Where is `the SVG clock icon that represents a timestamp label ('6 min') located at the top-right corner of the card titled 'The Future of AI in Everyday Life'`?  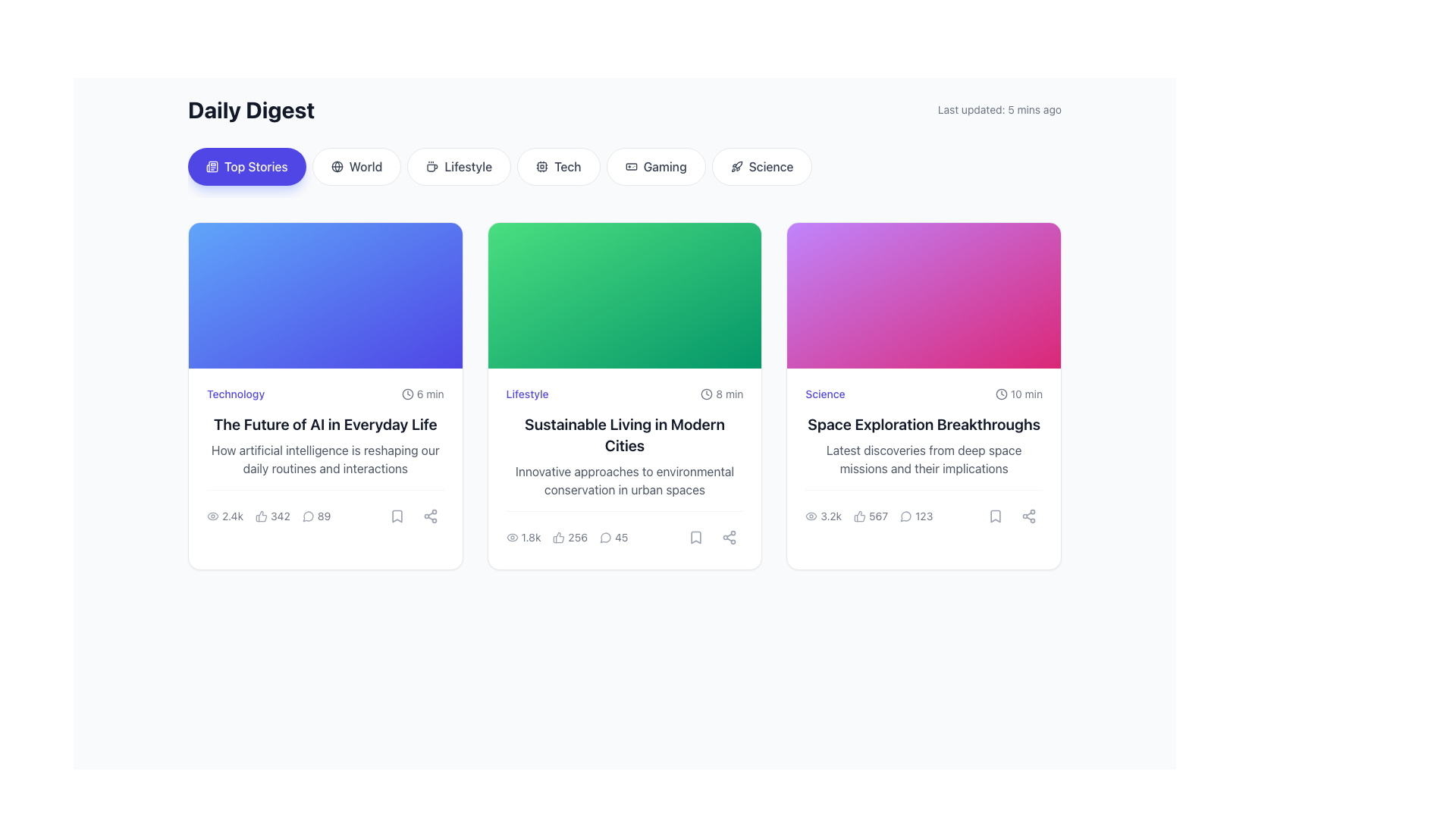 the SVG clock icon that represents a timestamp label ('6 min') located at the top-right corner of the card titled 'The Future of AI in Everyday Life' is located at coordinates (407, 394).